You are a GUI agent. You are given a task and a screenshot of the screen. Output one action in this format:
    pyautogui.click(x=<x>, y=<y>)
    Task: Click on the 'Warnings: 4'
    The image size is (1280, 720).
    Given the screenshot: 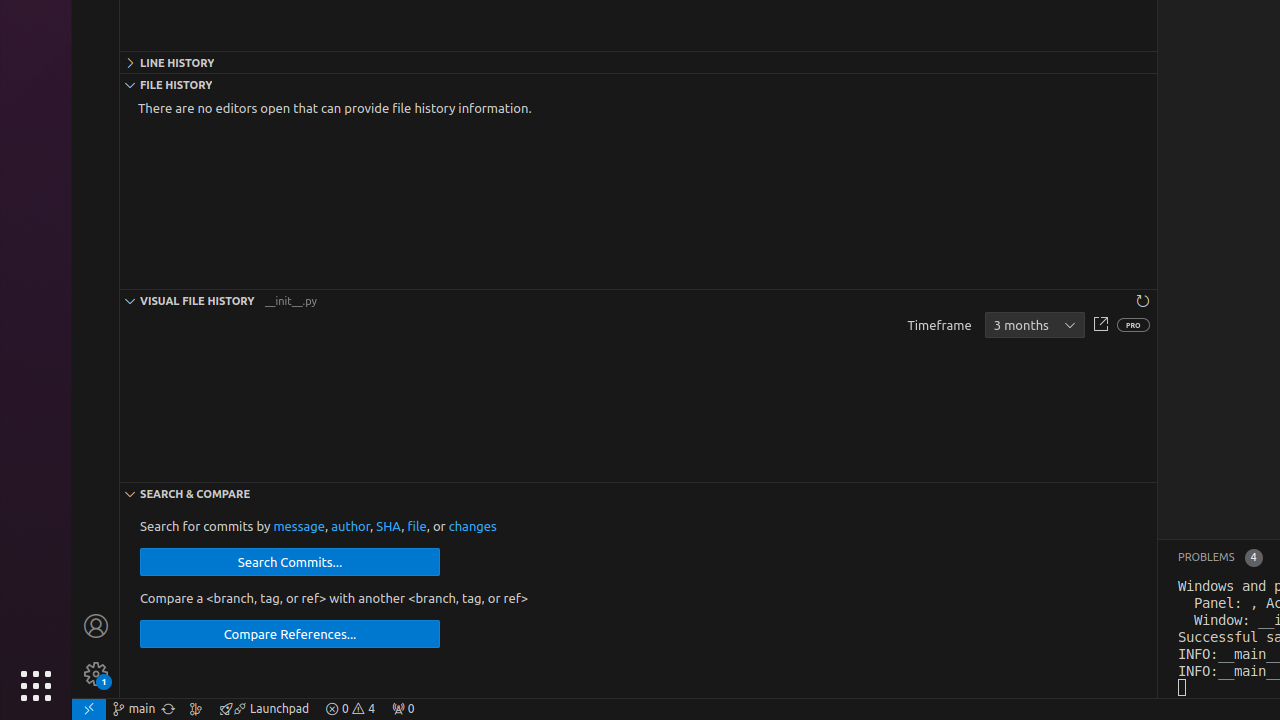 What is the action you would take?
    pyautogui.click(x=350, y=707)
    